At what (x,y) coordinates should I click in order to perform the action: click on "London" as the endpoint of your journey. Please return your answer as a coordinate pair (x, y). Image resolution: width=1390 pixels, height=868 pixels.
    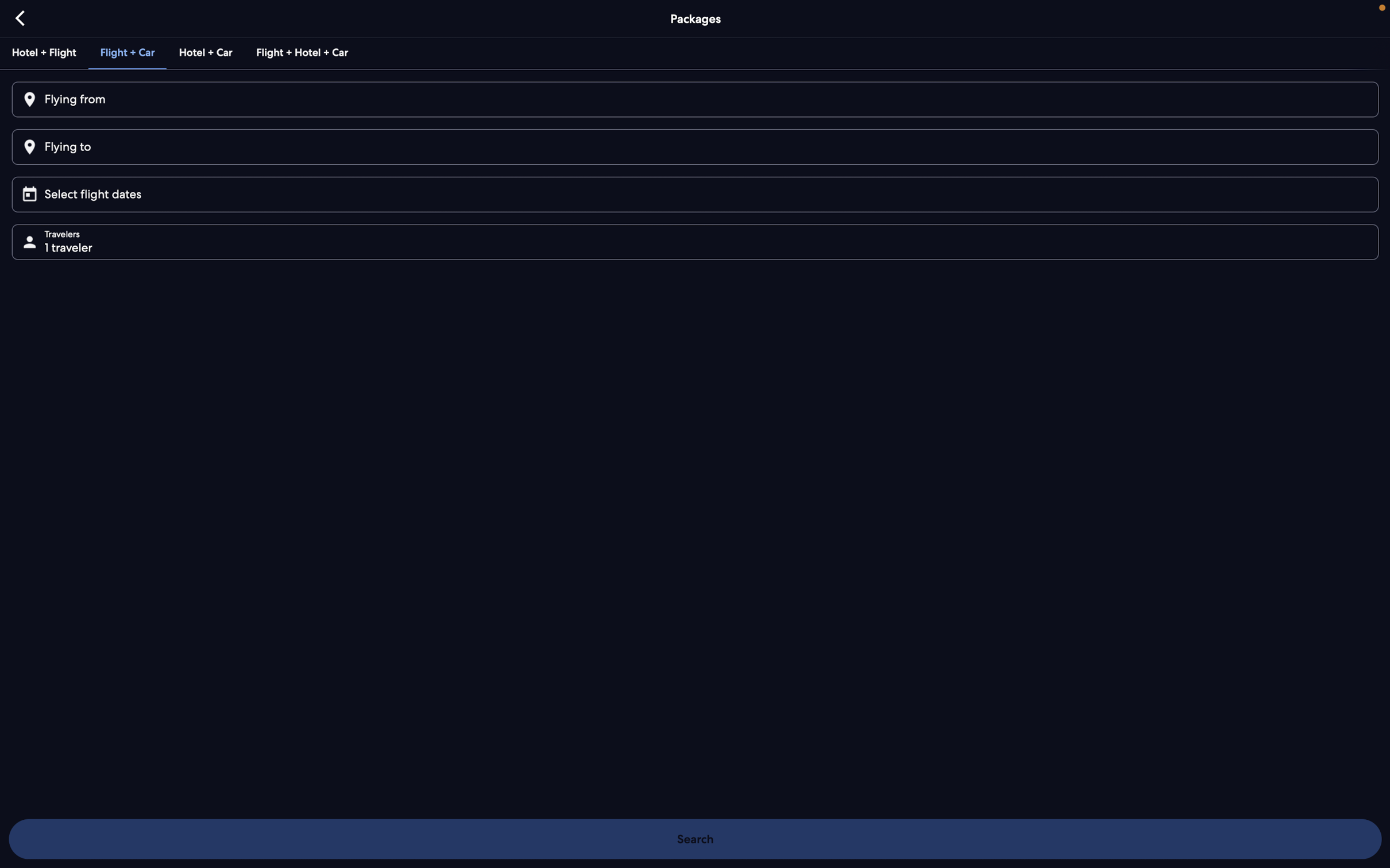
    Looking at the image, I should click on (693, 146).